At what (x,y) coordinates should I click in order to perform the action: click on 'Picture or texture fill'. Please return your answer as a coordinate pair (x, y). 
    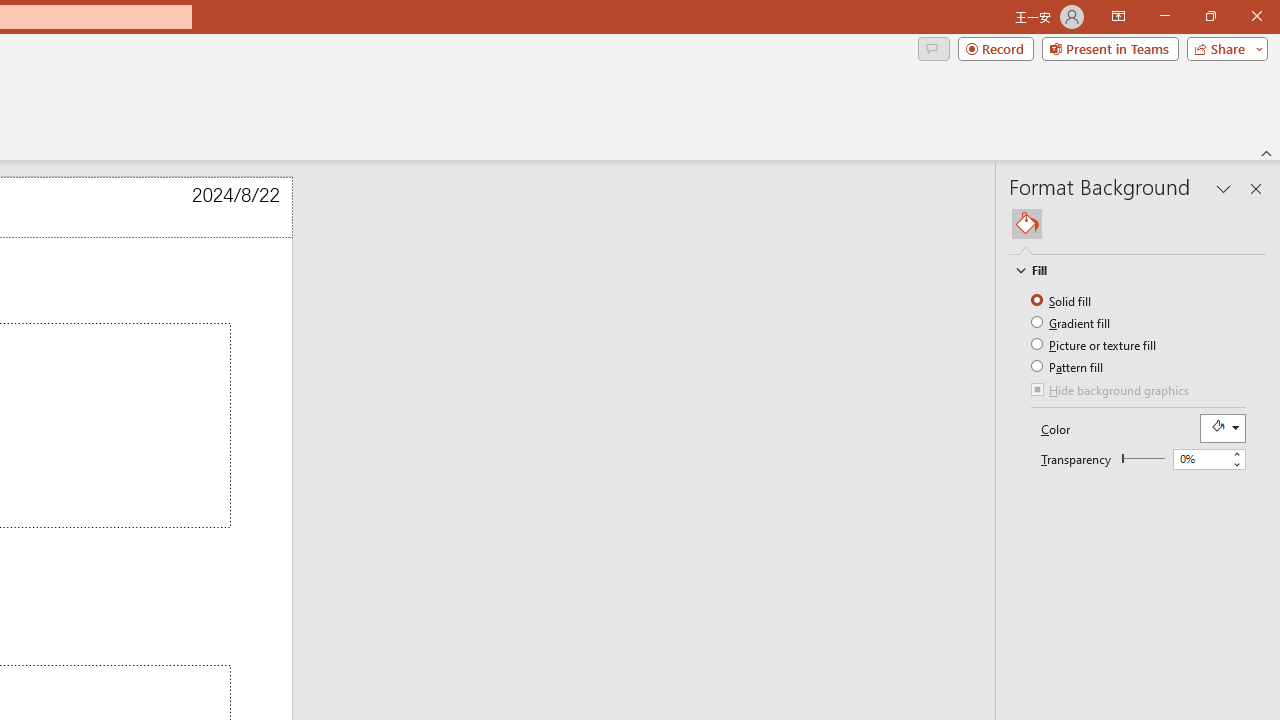
    Looking at the image, I should click on (1094, 343).